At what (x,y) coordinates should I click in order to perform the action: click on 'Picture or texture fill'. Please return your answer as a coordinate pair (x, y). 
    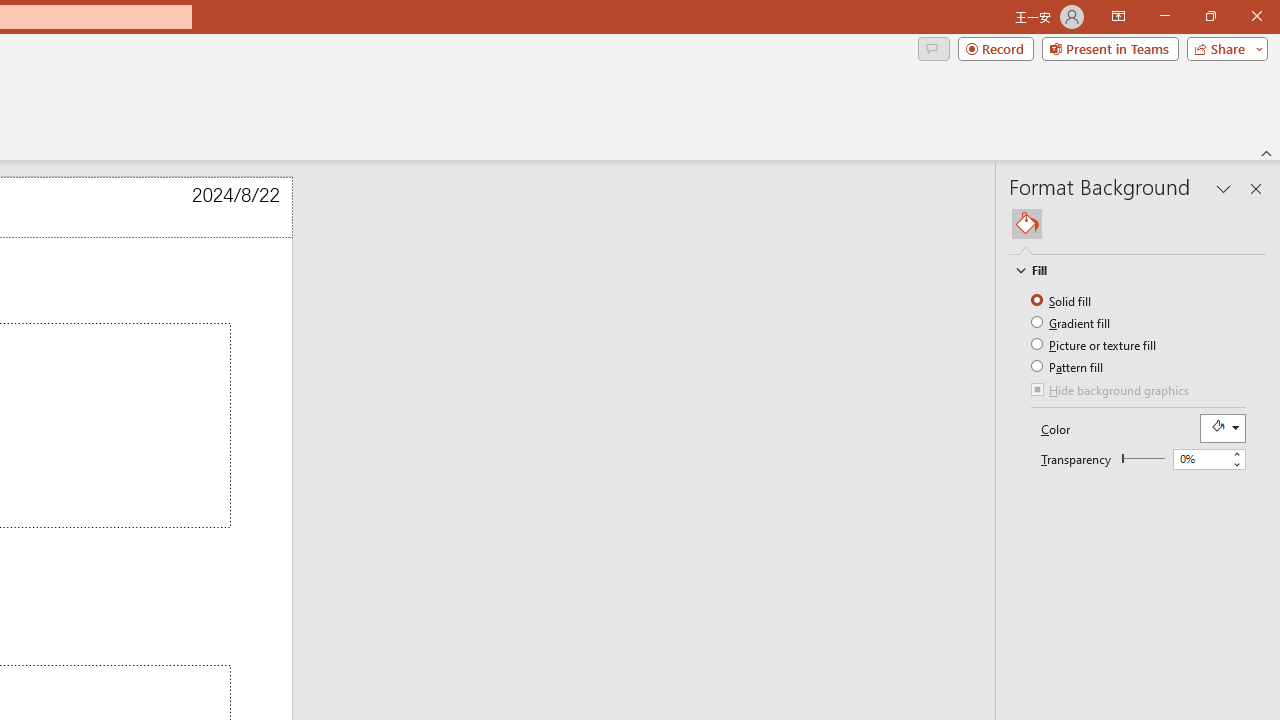
    Looking at the image, I should click on (1094, 343).